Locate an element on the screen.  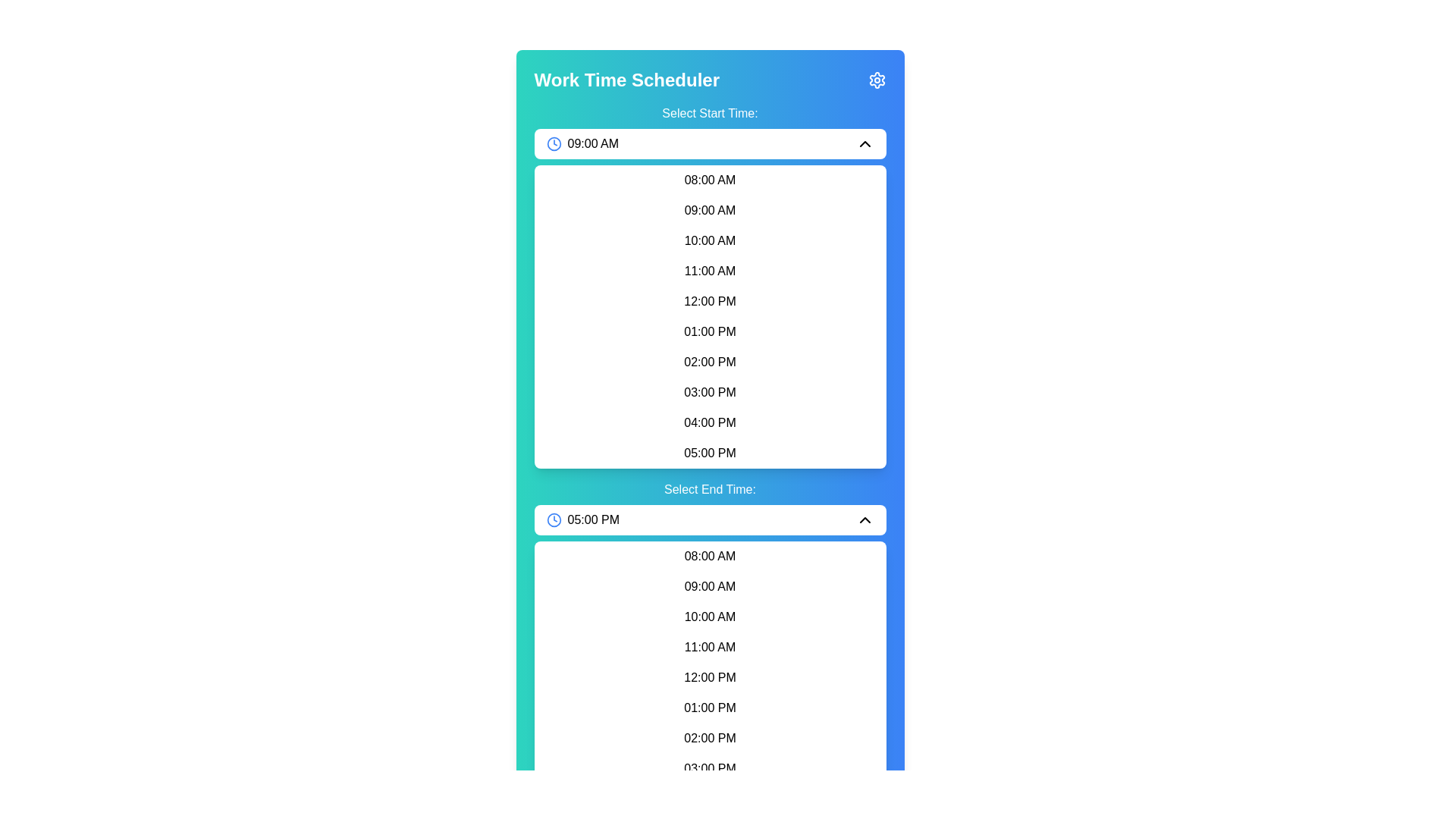
the selectable list item displaying '01:00 PM', which is the 6th option in the vertical list of time slots is located at coordinates (709, 708).